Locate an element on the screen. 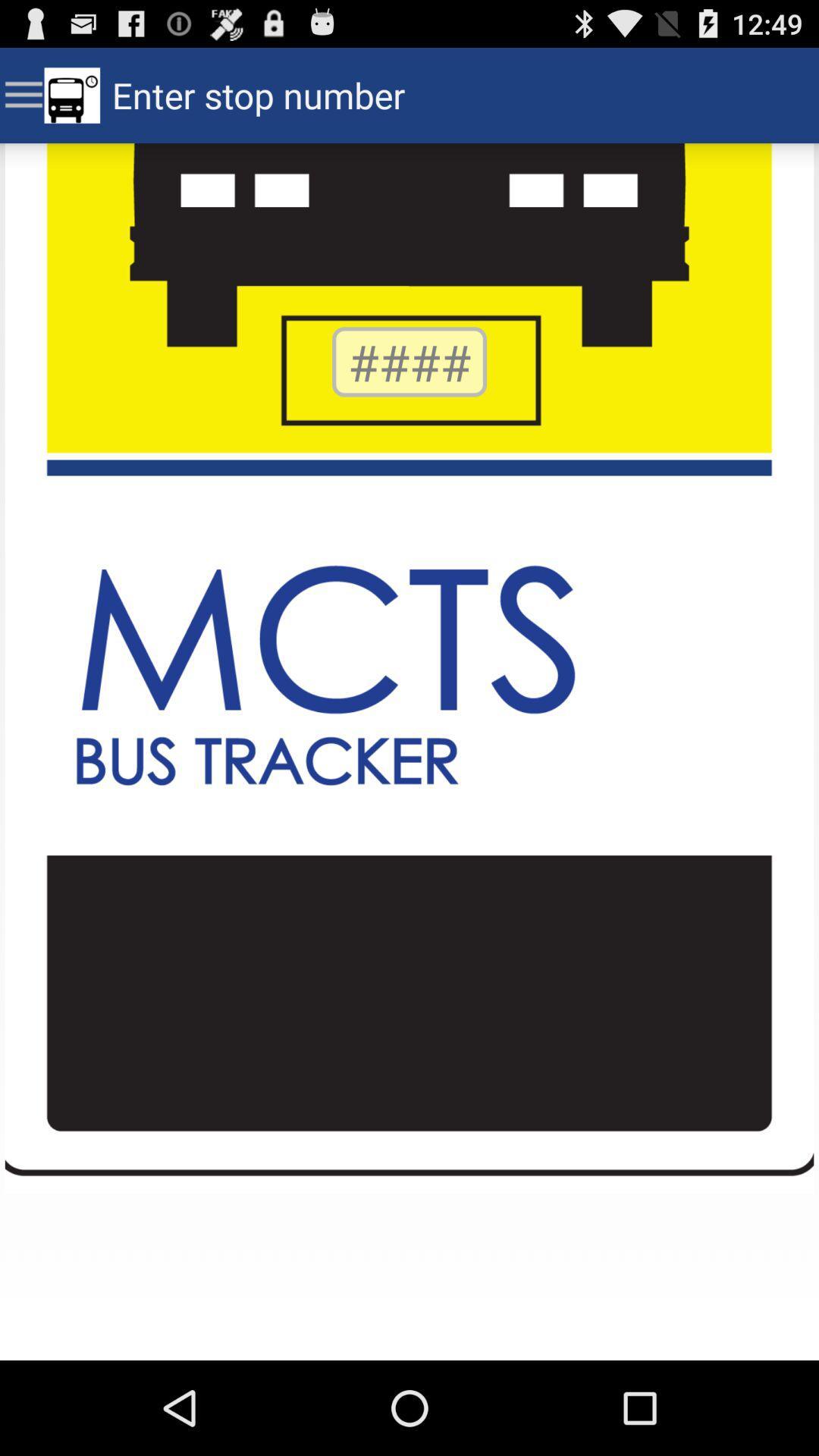 The image size is (819, 1456). number is located at coordinates (409, 361).